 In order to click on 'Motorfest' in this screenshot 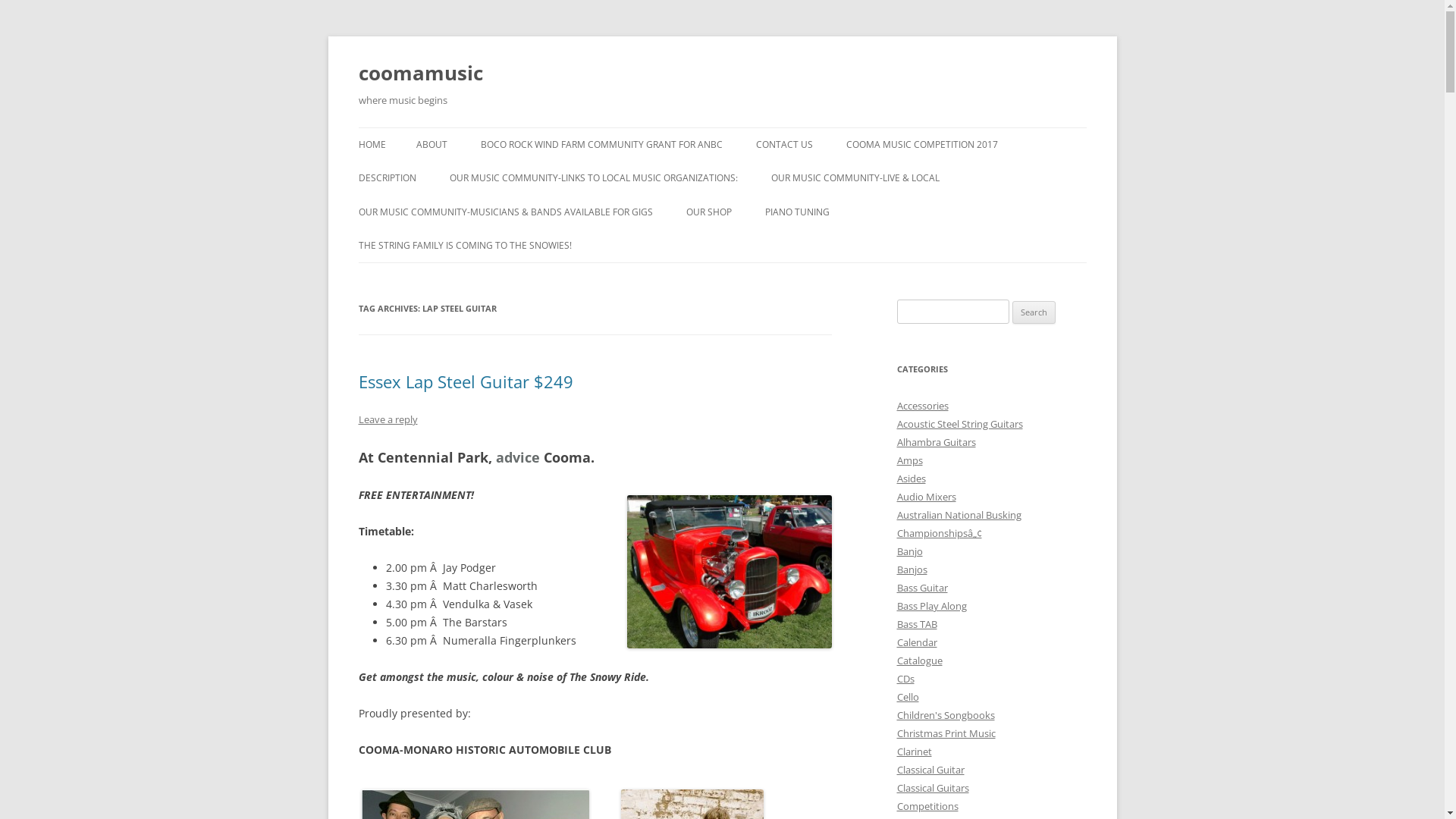, I will do `click(729, 571)`.